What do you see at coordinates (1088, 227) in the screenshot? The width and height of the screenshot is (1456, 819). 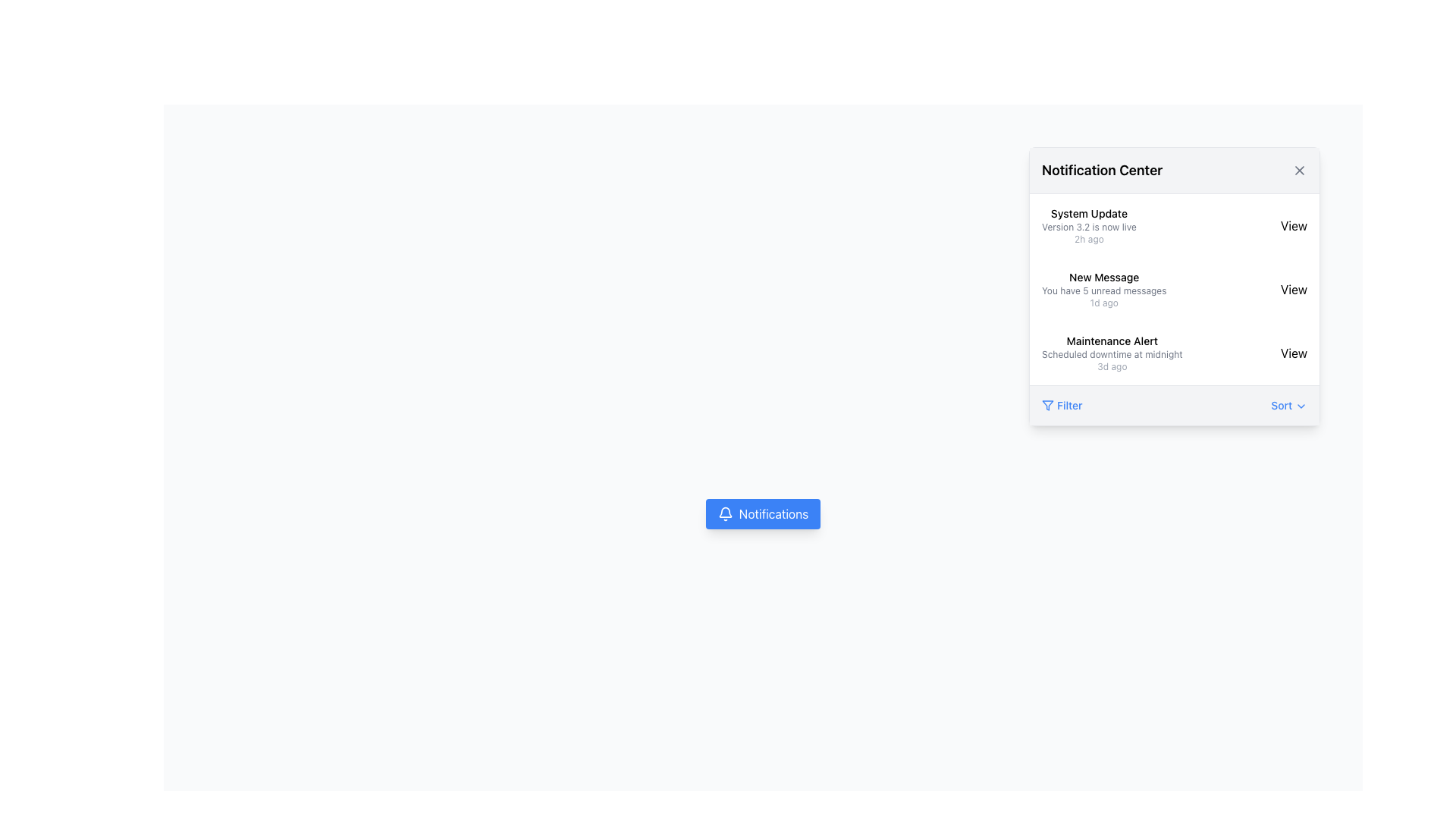 I see `the text display reading 'Version 3.2 is now live', which is styled in gray and positioned below 'System Update' in the Notification Center dialog` at bounding box center [1088, 227].